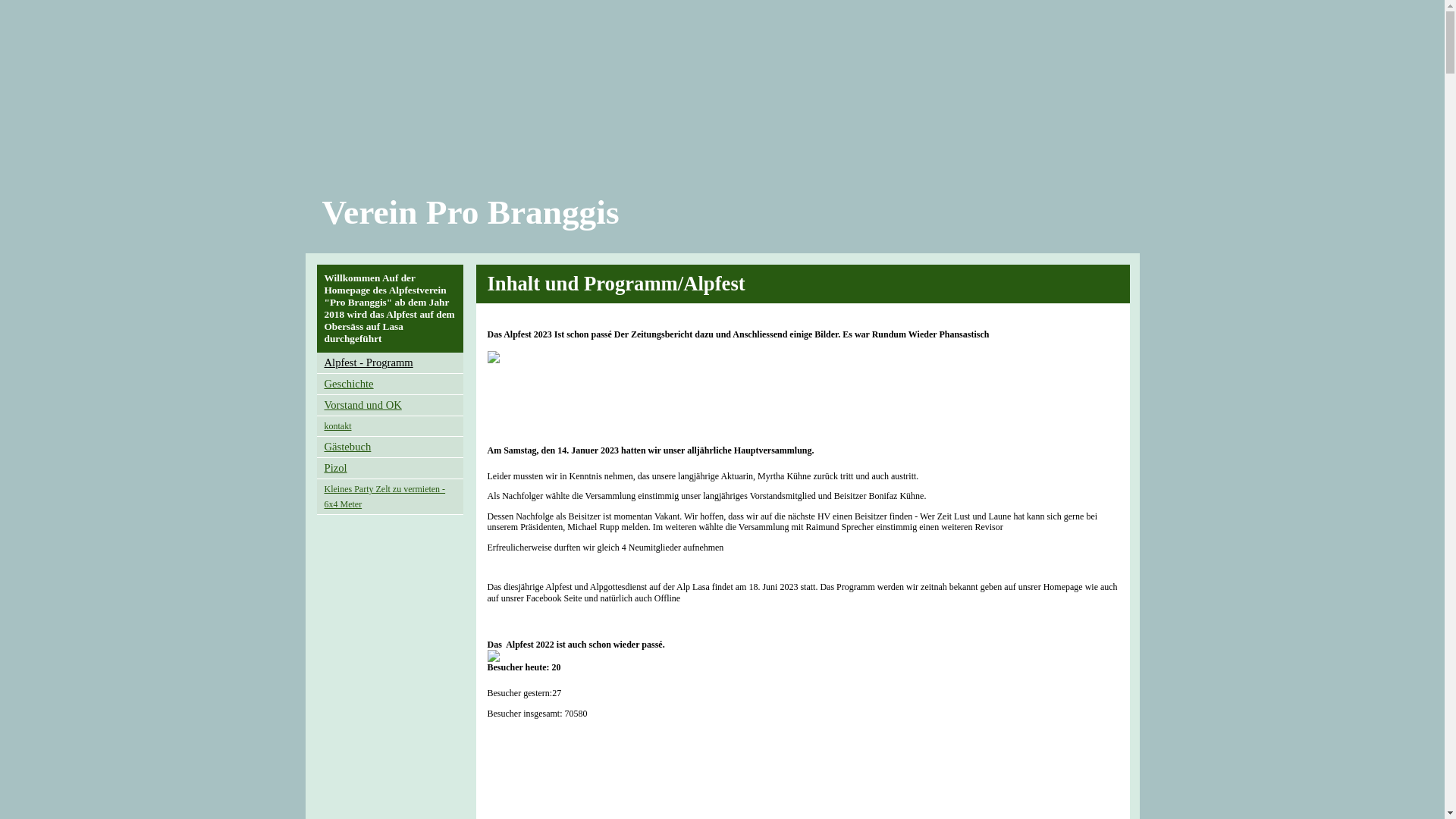 Image resolution: width=1456 pixels, height=819 pixels. What do you see at coordinates (334, 467) in the screenshot?
I see `'Pizol'` at bounding box center [334, 467].